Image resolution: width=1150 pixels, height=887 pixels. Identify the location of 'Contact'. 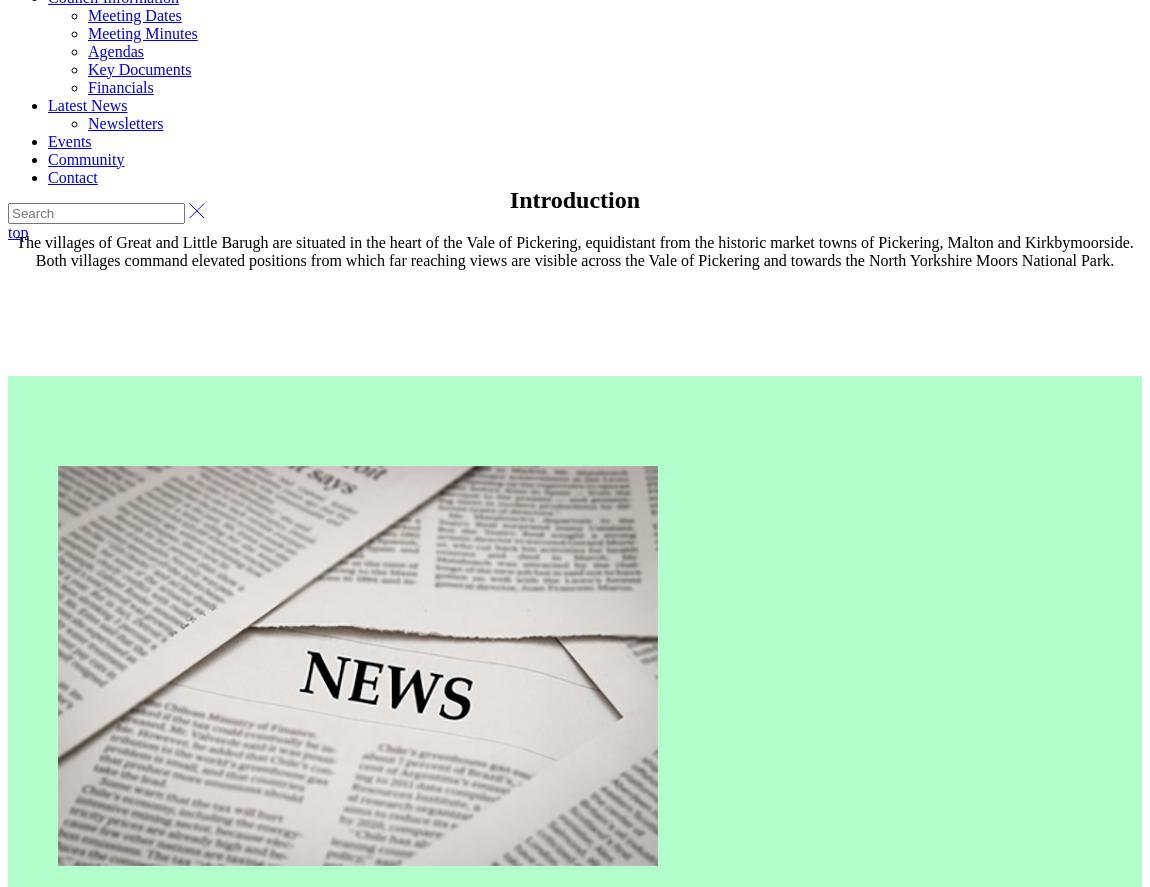
(71, 175).